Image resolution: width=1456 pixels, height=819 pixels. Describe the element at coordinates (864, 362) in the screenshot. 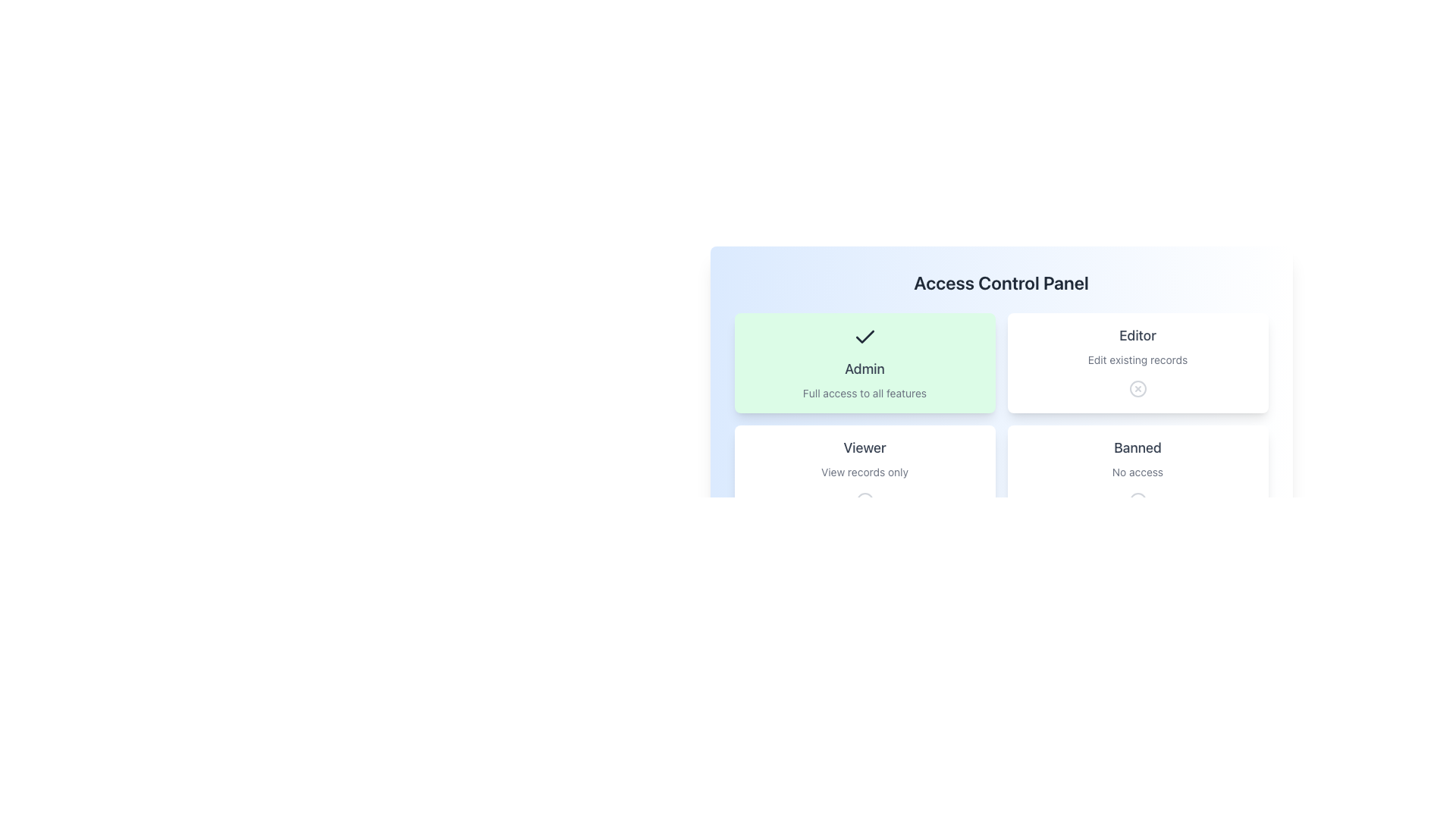

I see `to select the 'Admin' role option in the access control panel, which is the first selectable card positioned at the top-left corner of the grid` at that location.